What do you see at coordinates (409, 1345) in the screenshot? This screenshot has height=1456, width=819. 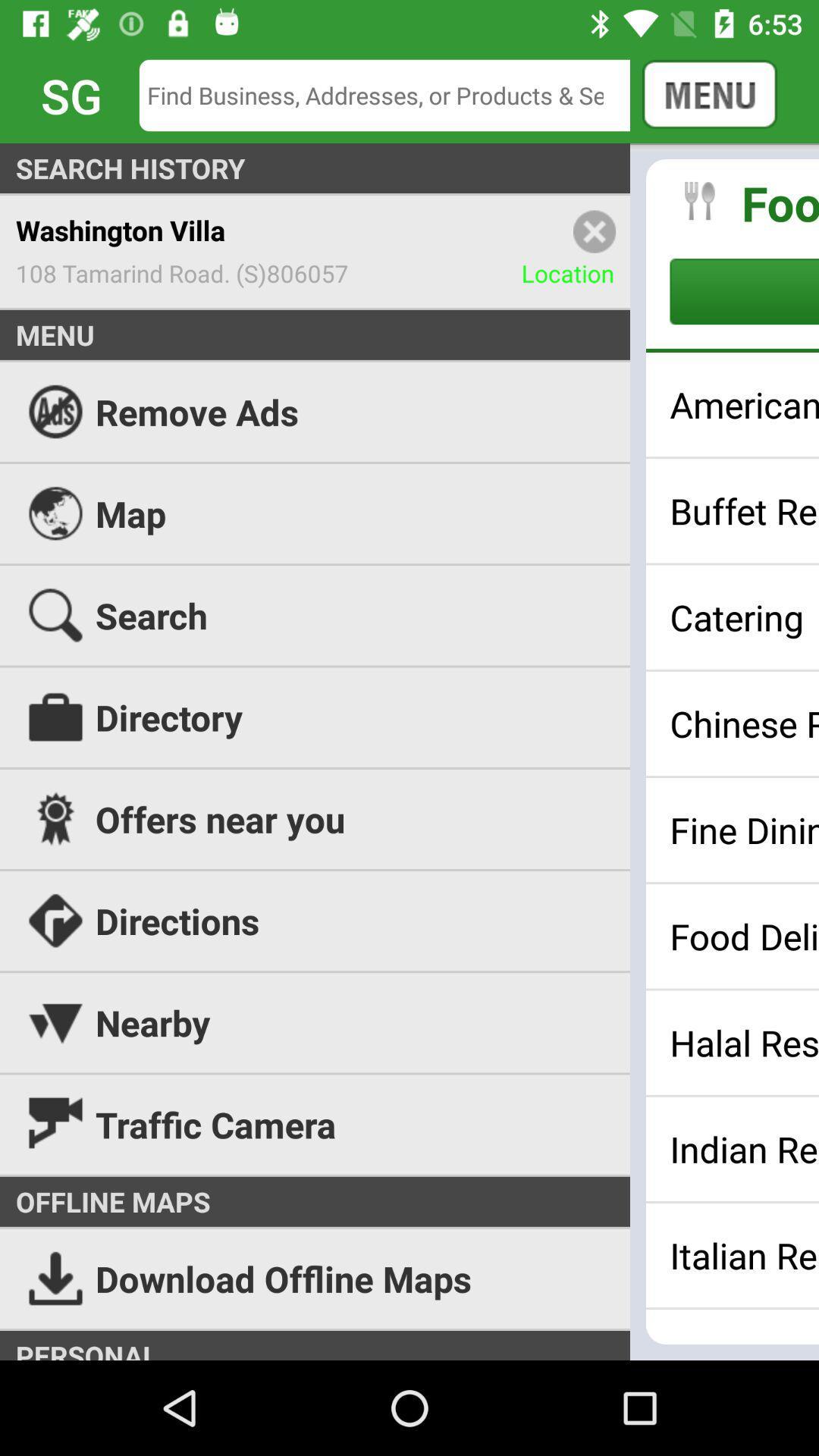 I see `personal icon` at bounding box center [409, 1345].